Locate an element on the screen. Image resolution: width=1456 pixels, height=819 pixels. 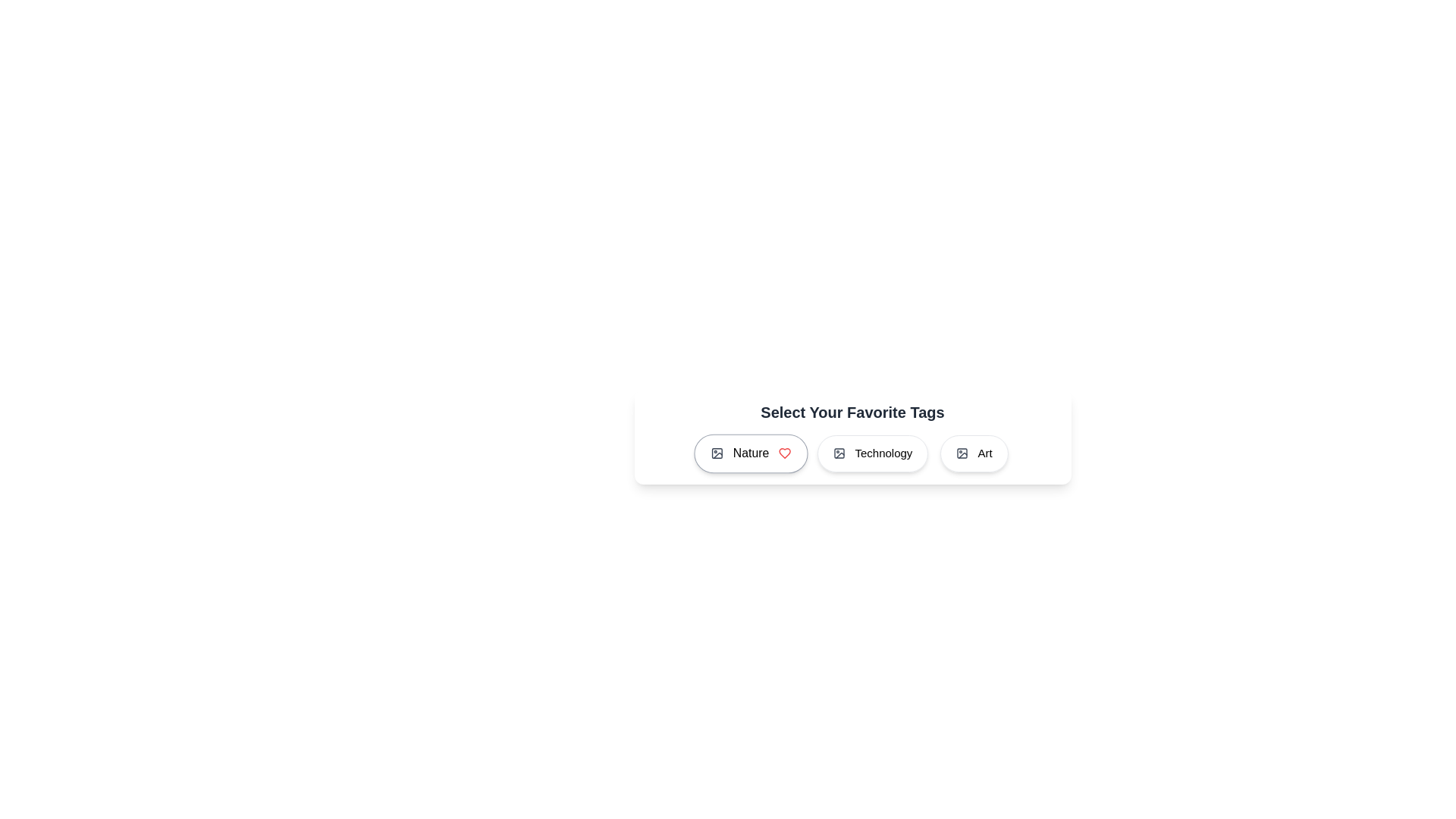
the icon inside the tag labeled Technology is located at coordinates (839, 453).